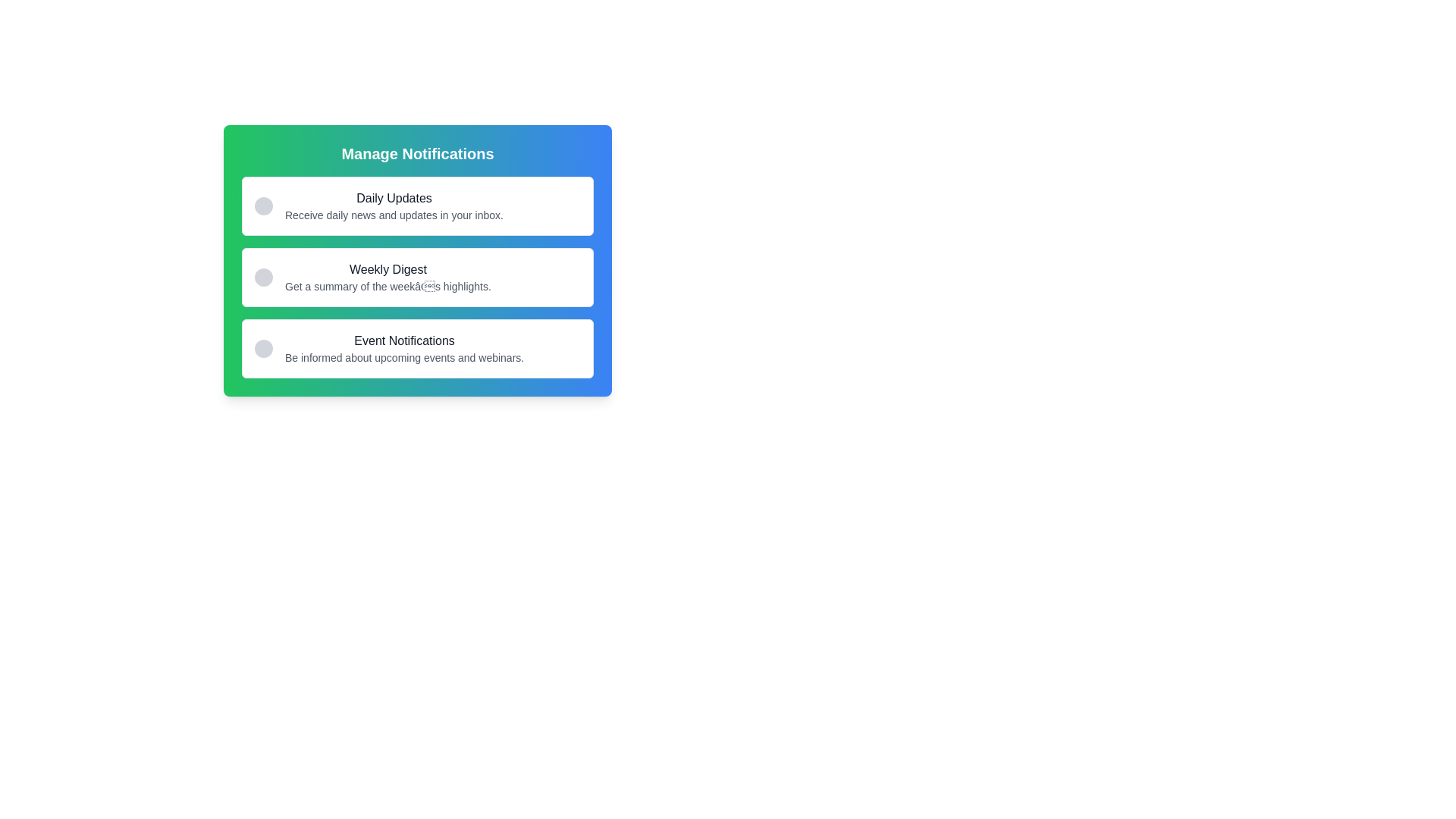  I want to click on the circular visual placeholder or unselected selection indicator next to the 'Weekly Digest' option in the notification management panel, so click(263, 278).